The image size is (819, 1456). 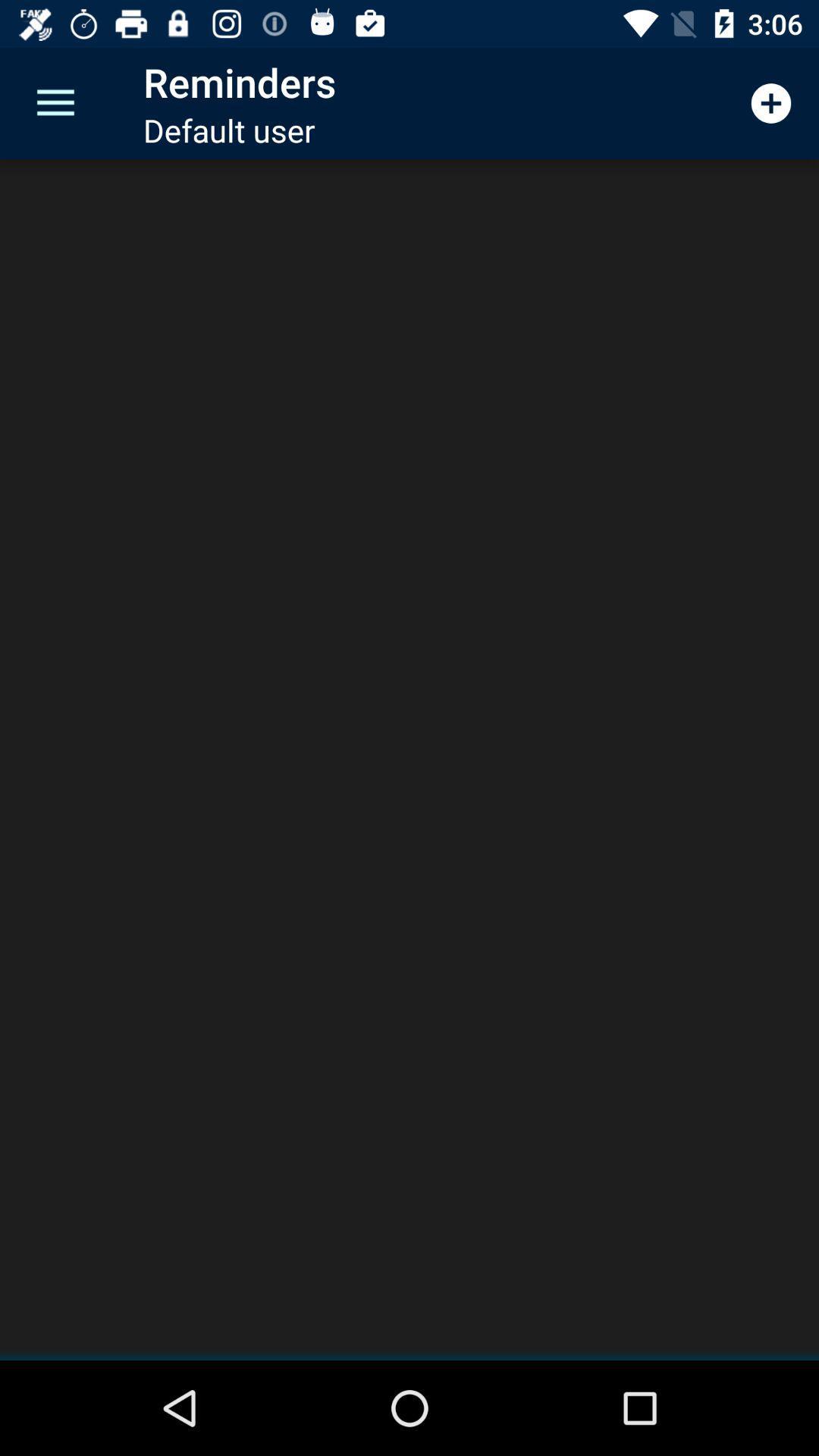 What do you see at coordinates (55, 102) in the screenshot?
I see `item next to reminders item` at bounding box center [55, 102].